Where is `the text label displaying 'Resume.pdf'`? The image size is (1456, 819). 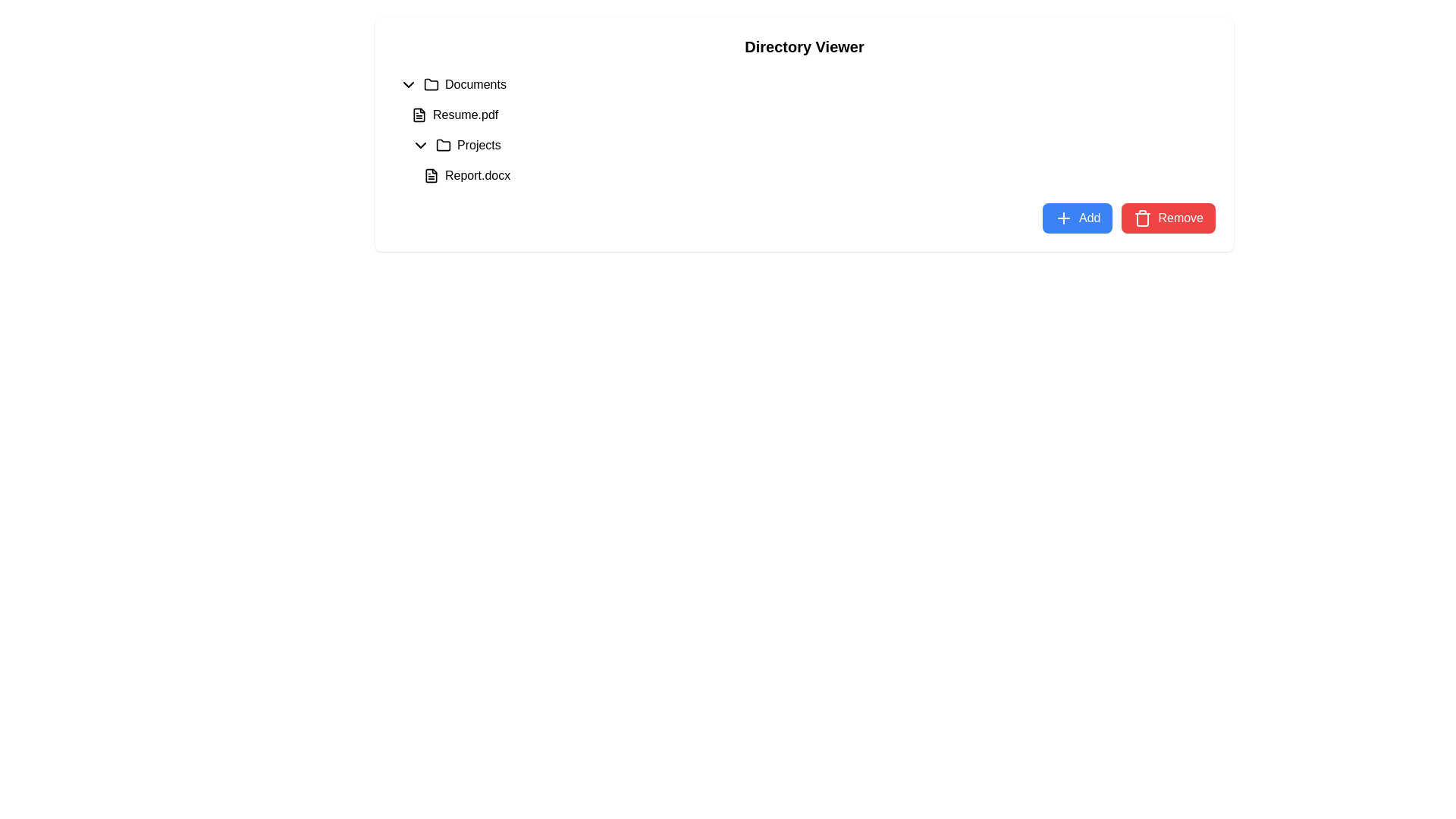
the text label displaying 'Resume.pdf' is located at coordinates (465, 114).